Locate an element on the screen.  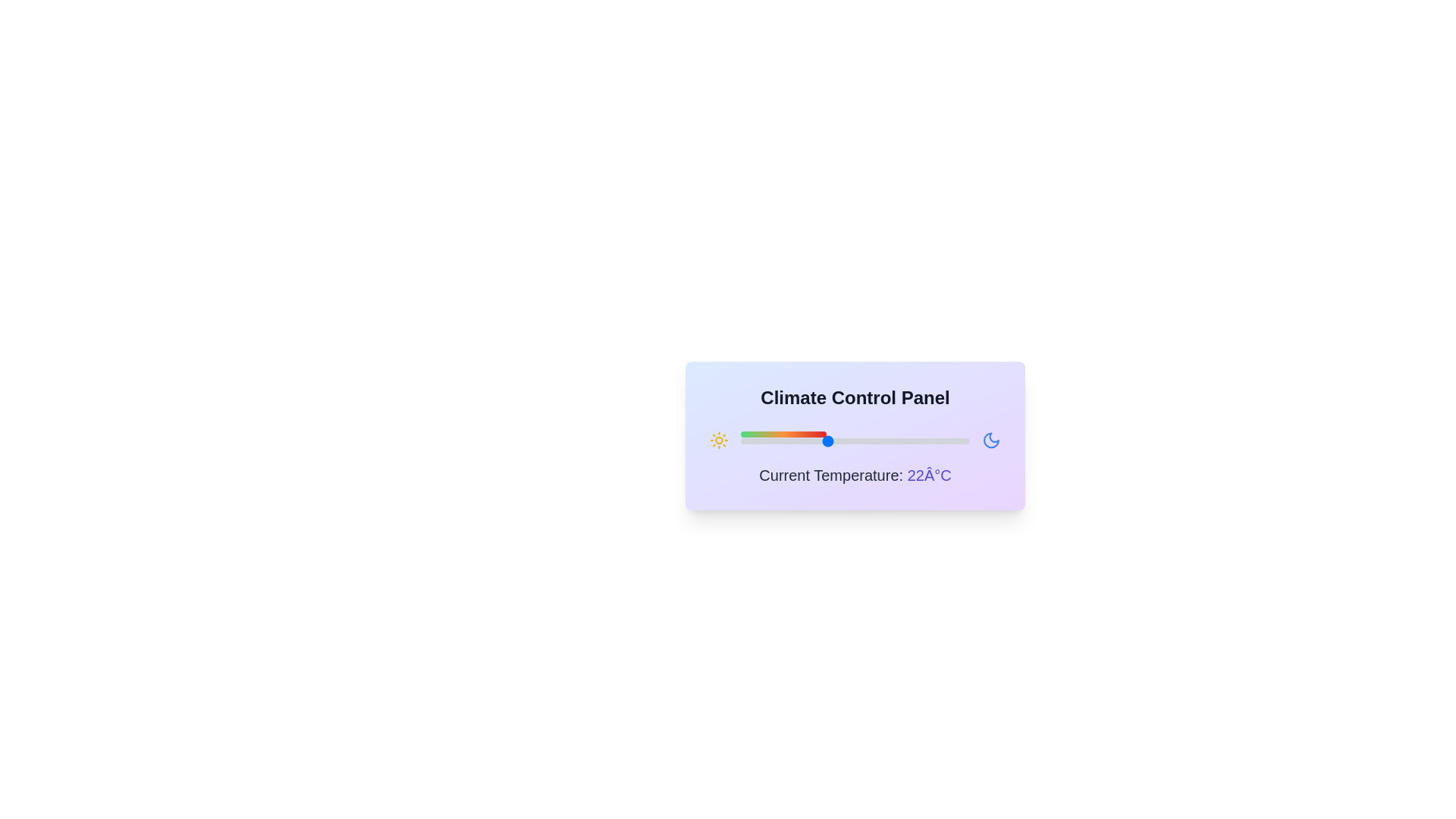
the temperature is located at coordinates (869, 441).